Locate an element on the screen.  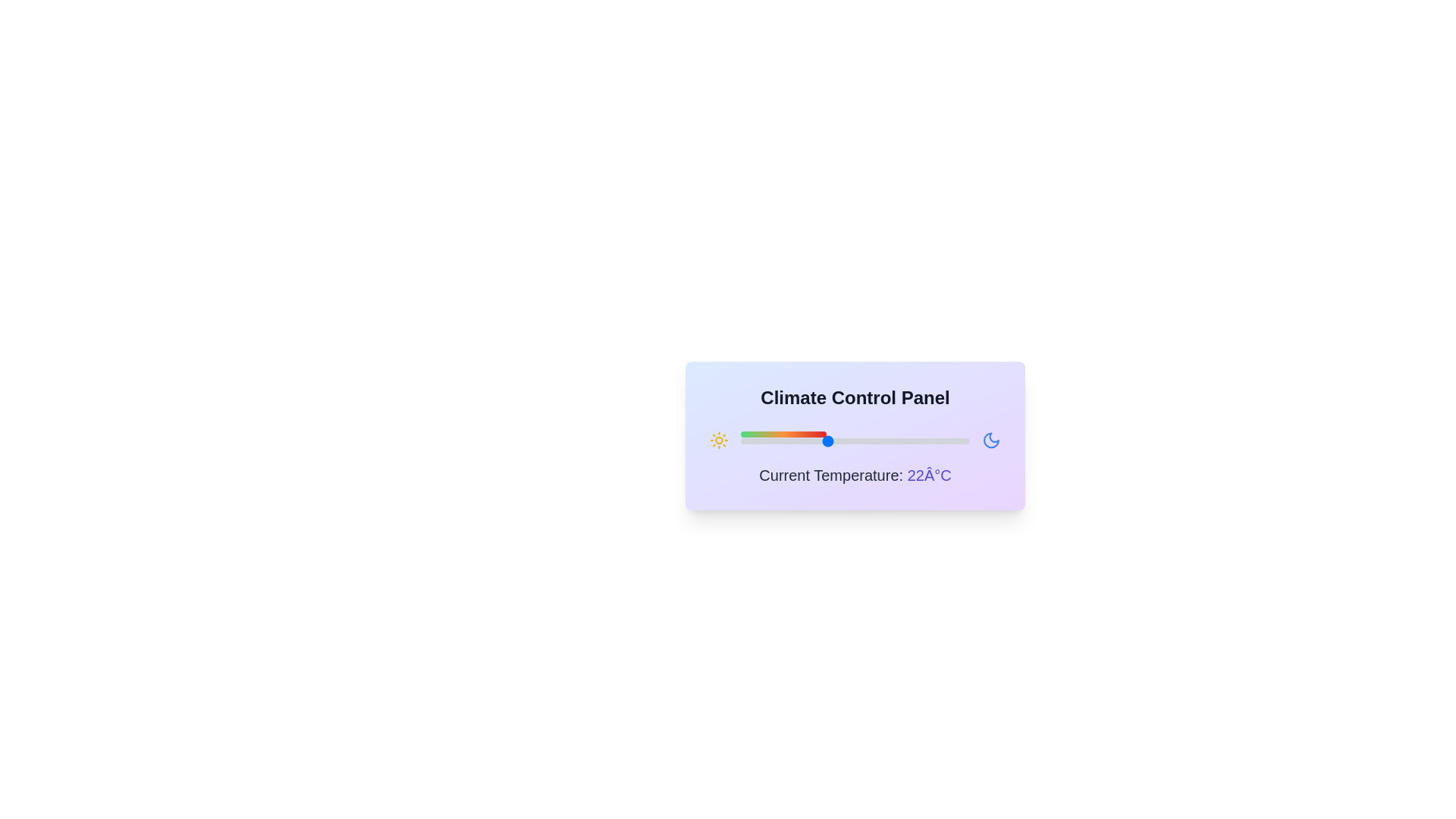
the temperature is located at coordinates (869, 441).